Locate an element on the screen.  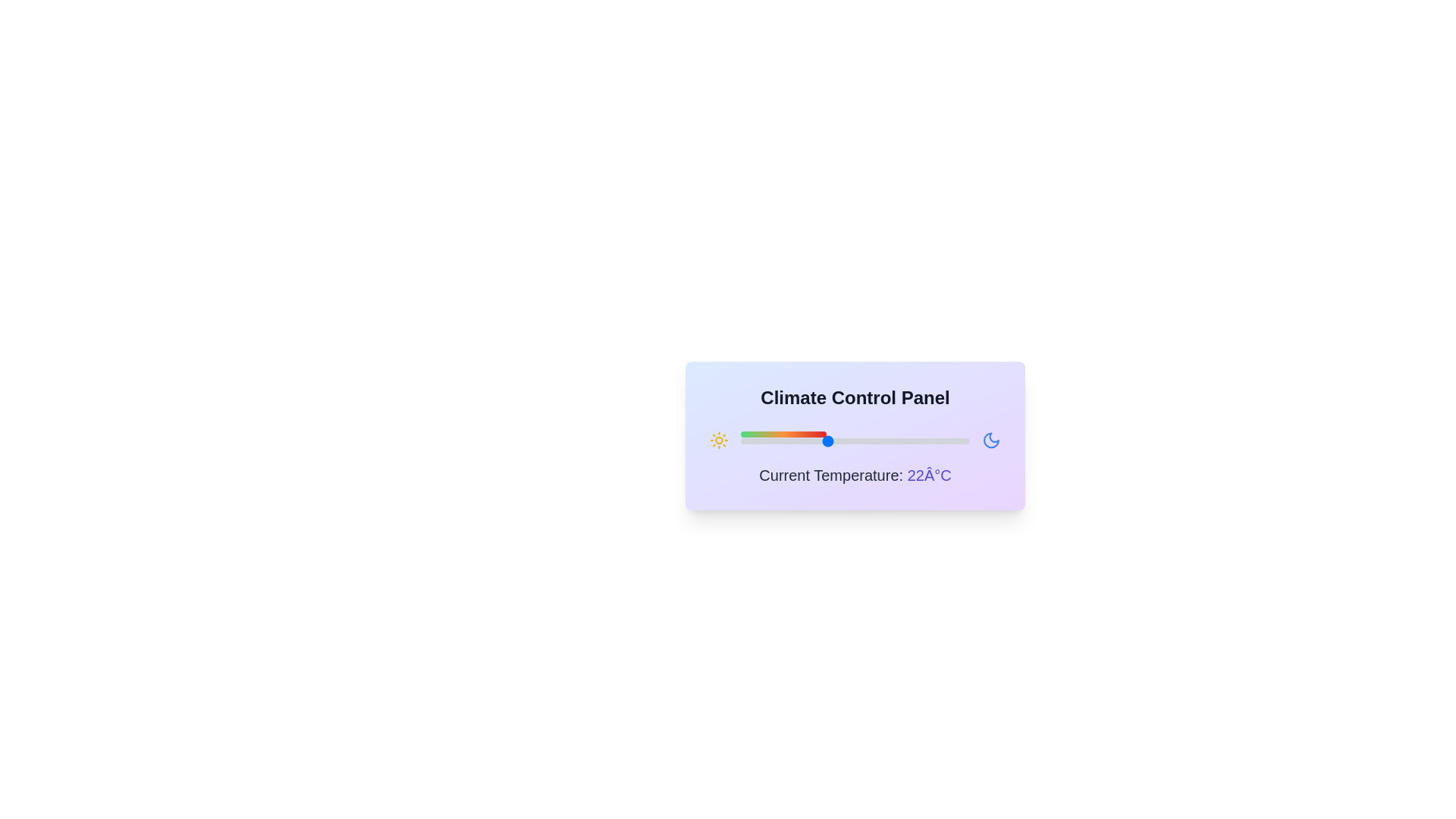
the temperature is located at coordinates (869, 441).